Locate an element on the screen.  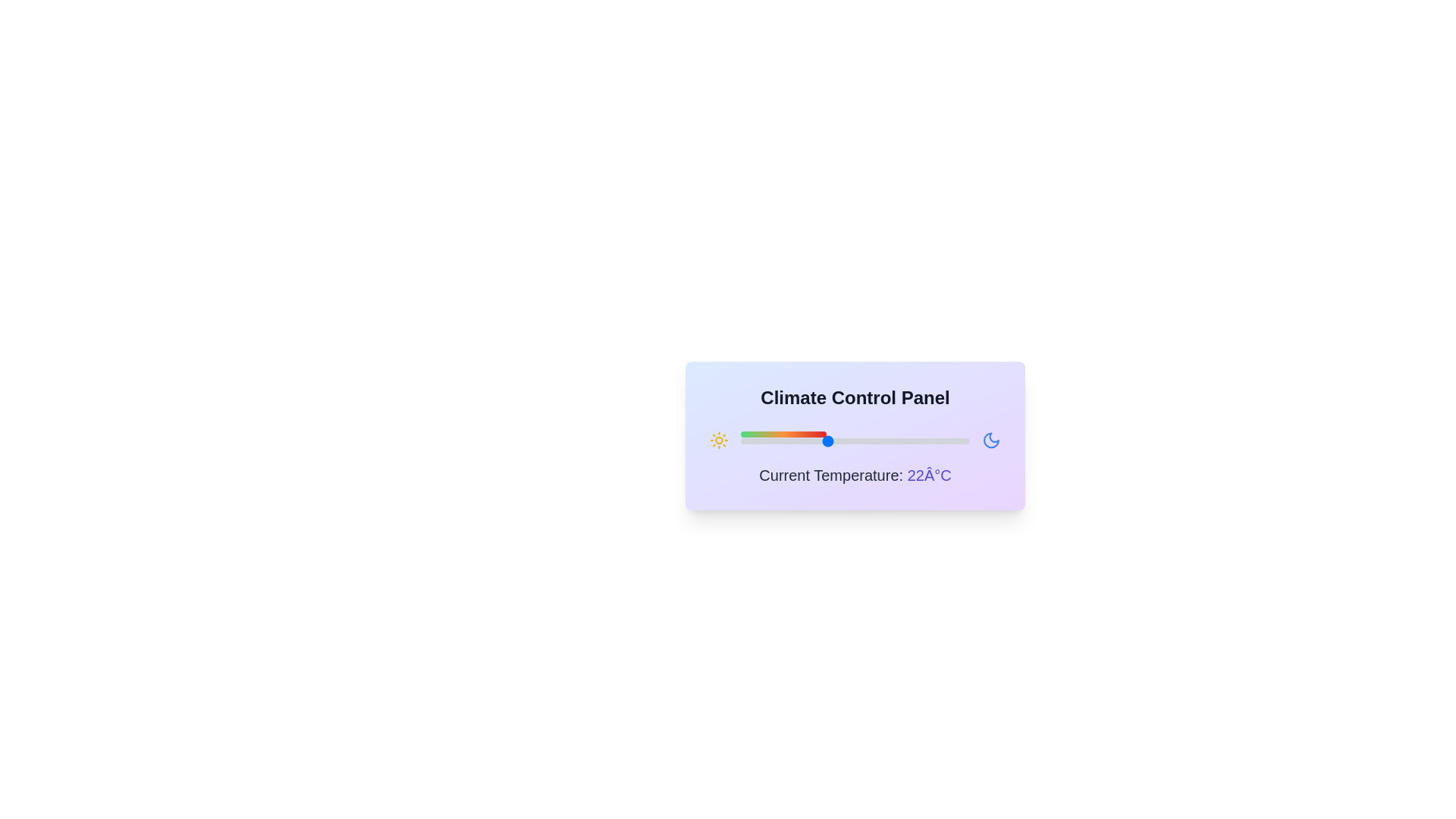
the temperature is located at coordinates (869, 441).